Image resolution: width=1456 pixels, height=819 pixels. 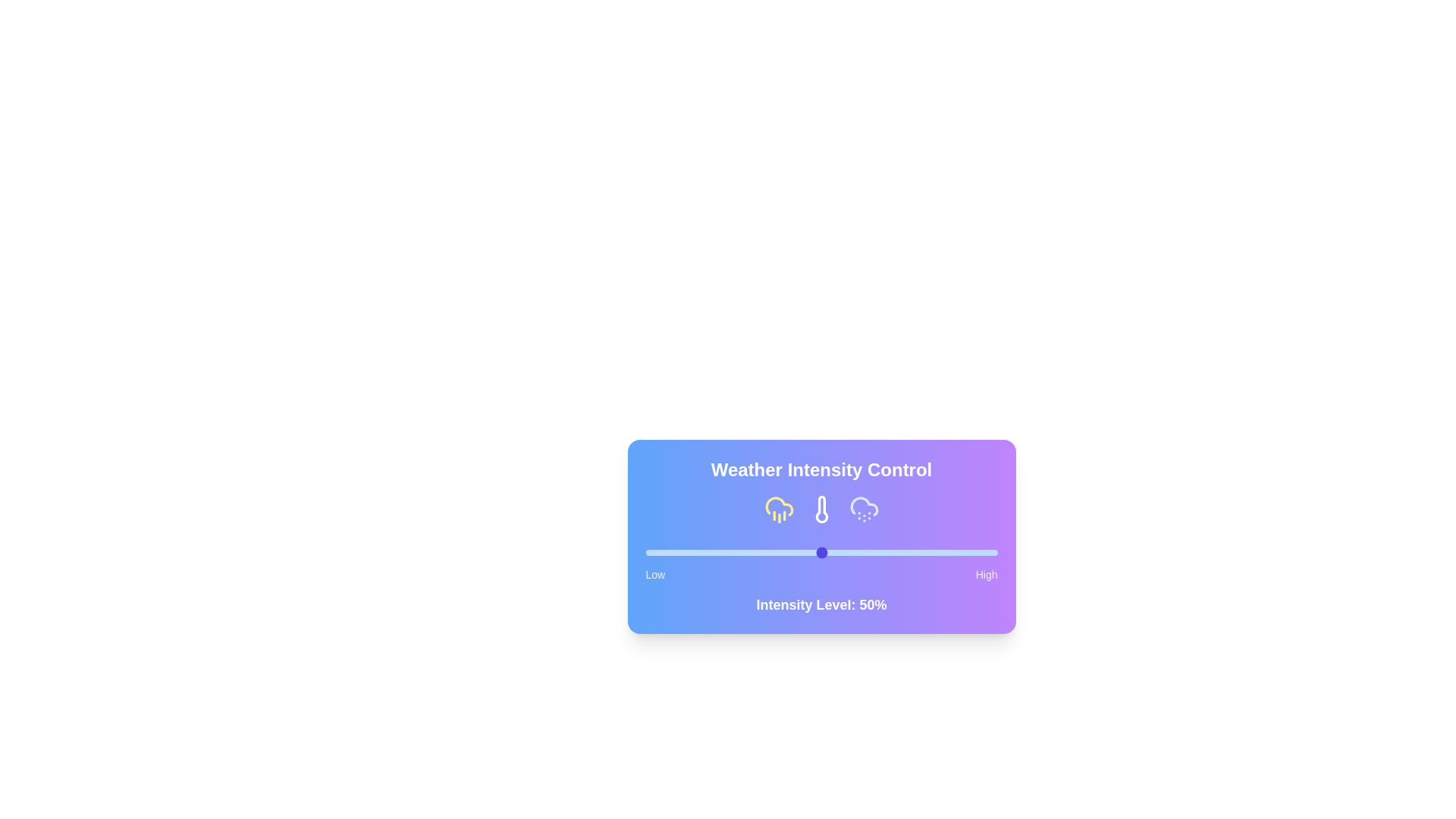 What do you see at coordinates (864, 509) in the screenshot?
I see `the weather condition icon for snow` at bounding box center [864, 509].